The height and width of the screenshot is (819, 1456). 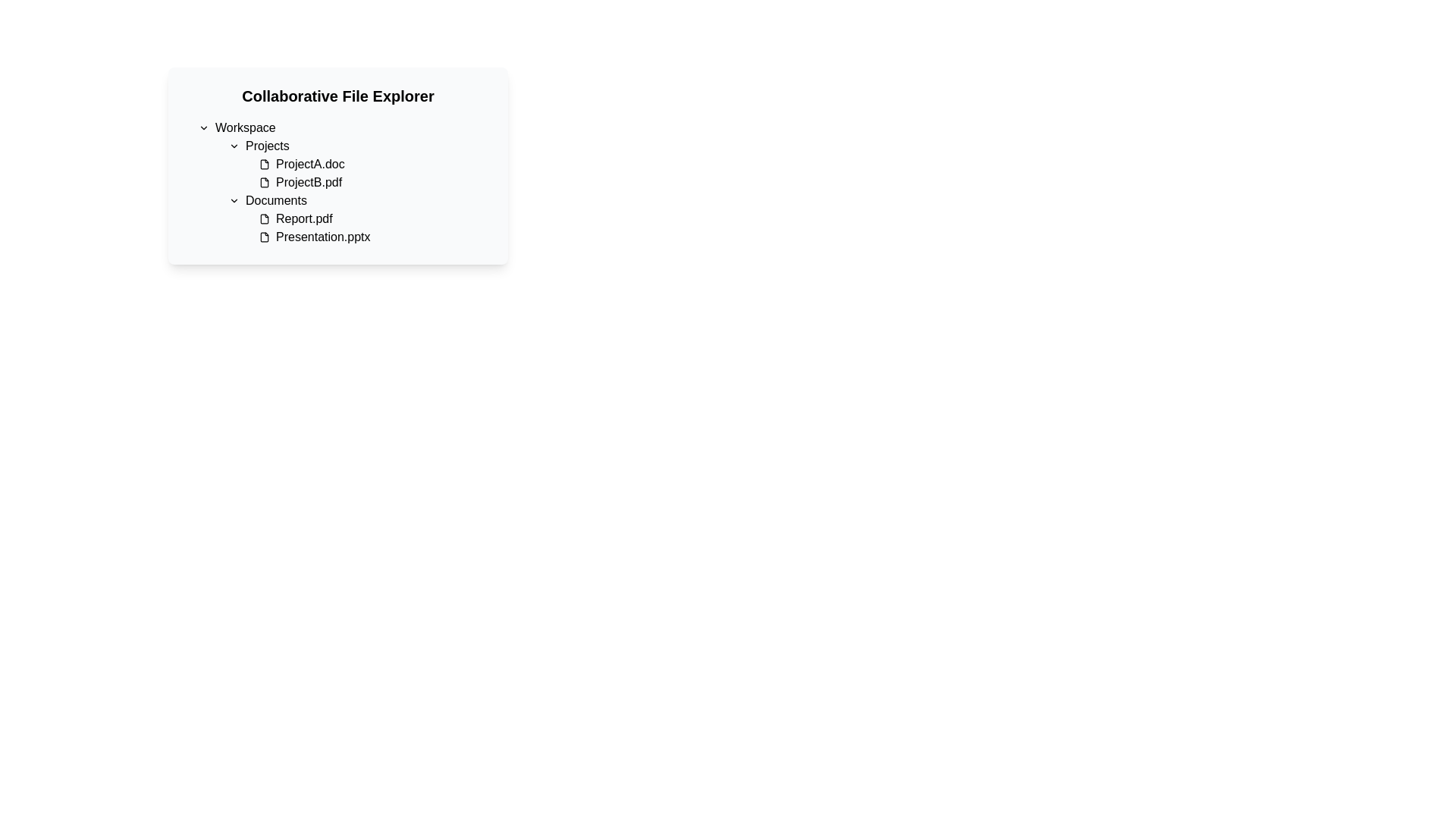 What do you see at coordinates (233, 200) in the screenshot?
I see `the downward-pointing chevron icon next to the 'Documents' label` at bounding box center [233, 200].